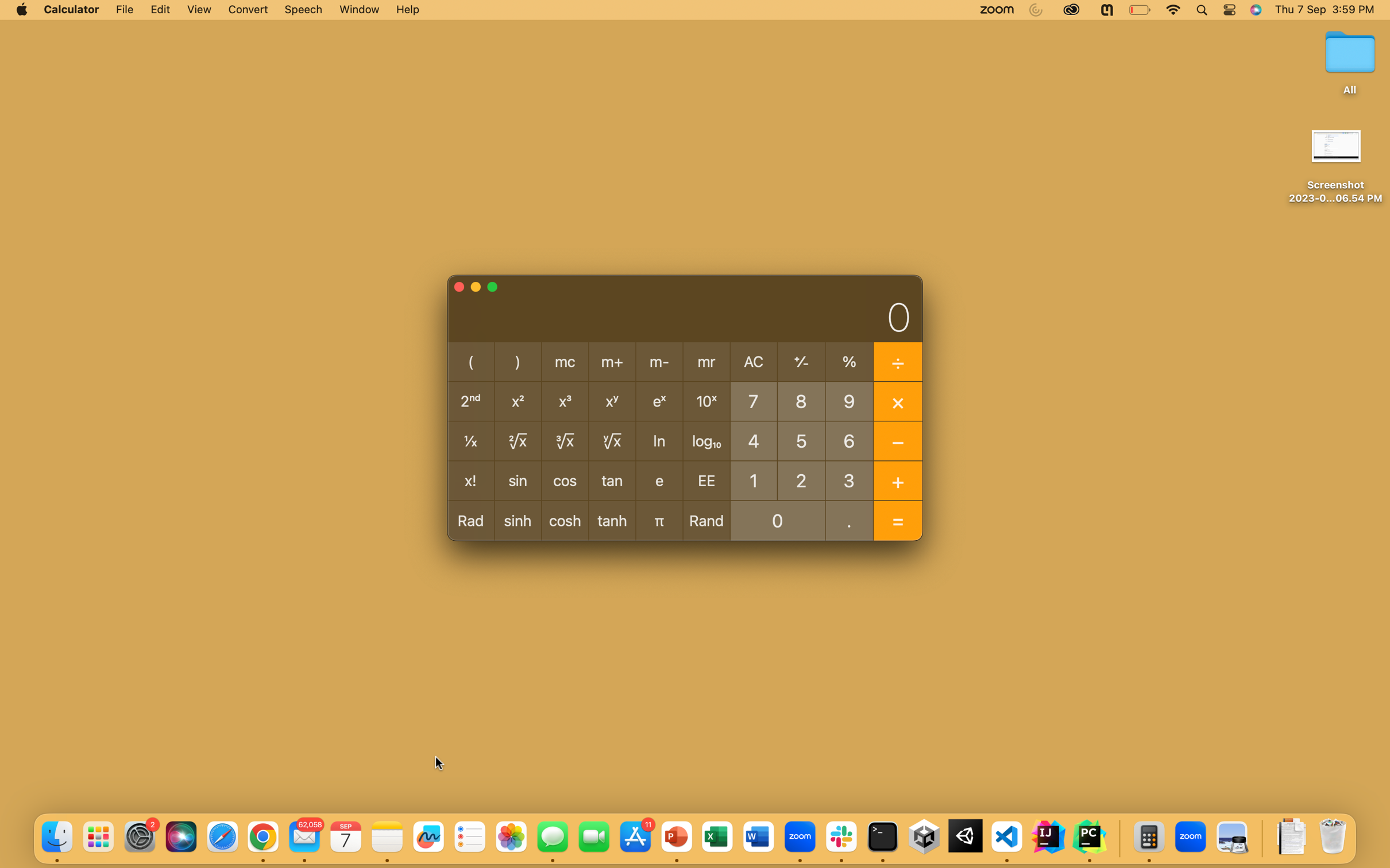 The width and height of the screenshot is (1390, 868). I want to click on Perform the action of taking away 5 from 10, so click(753, 479).